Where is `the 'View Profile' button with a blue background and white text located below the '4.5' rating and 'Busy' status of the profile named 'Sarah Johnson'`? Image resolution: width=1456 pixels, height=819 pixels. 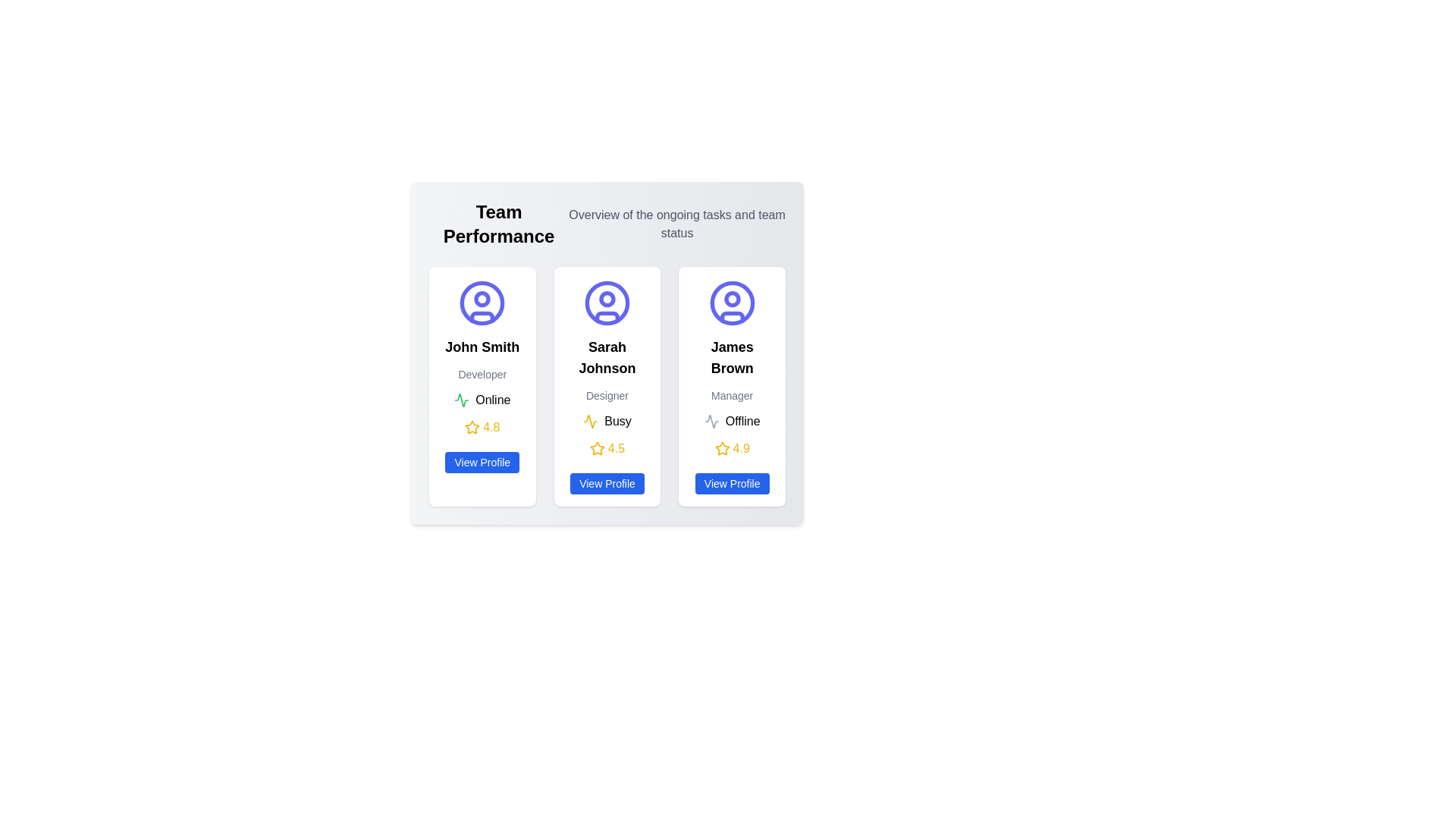 the 'View Profile' button with a blue background and white text located below the '4.5' rating and 'Busy' status of the profile named 'Sarah Johnson' is located at coordinates (607, 483).